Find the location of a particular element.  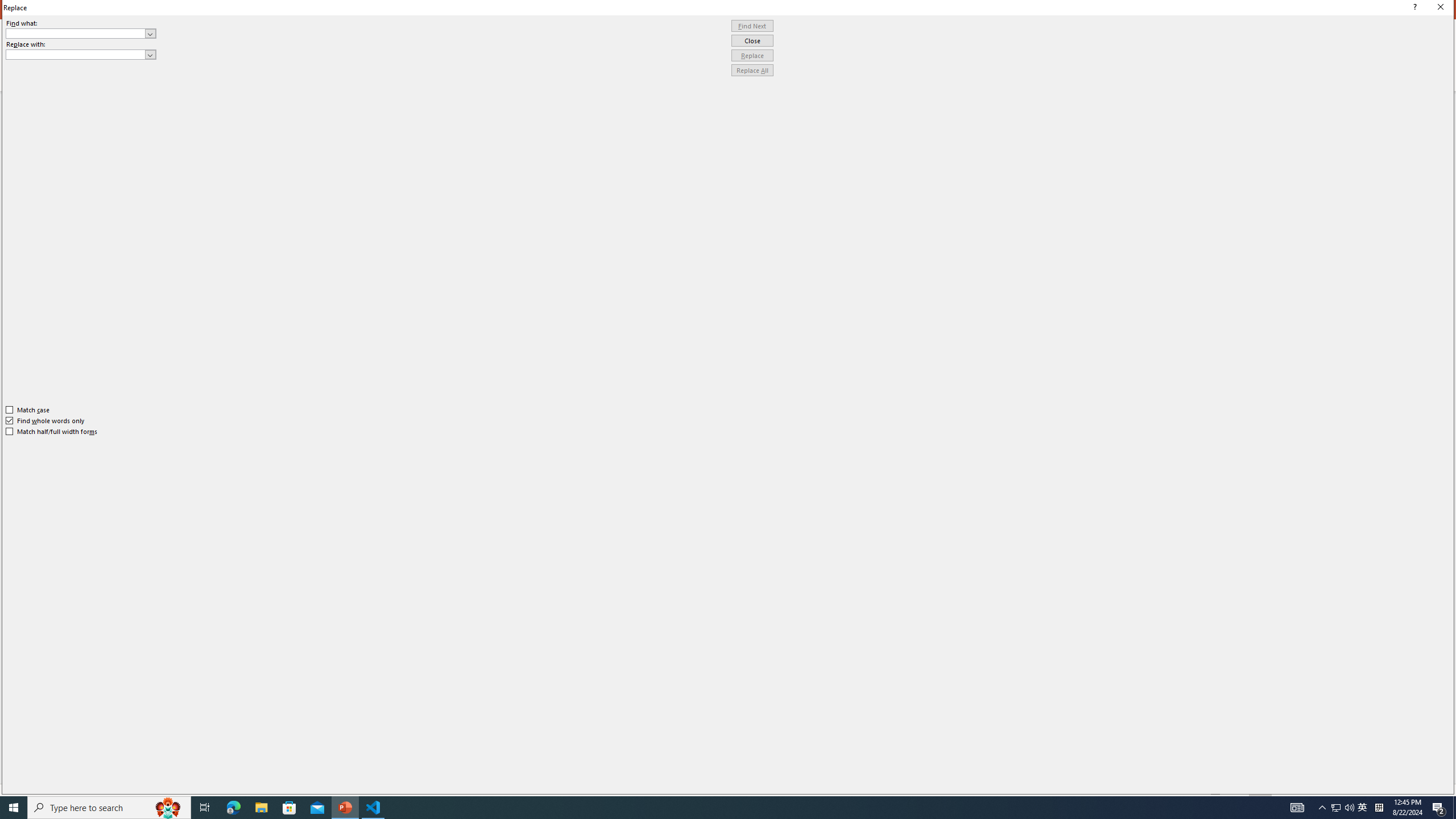

'Replace with' is located at coordinates (81, 54).